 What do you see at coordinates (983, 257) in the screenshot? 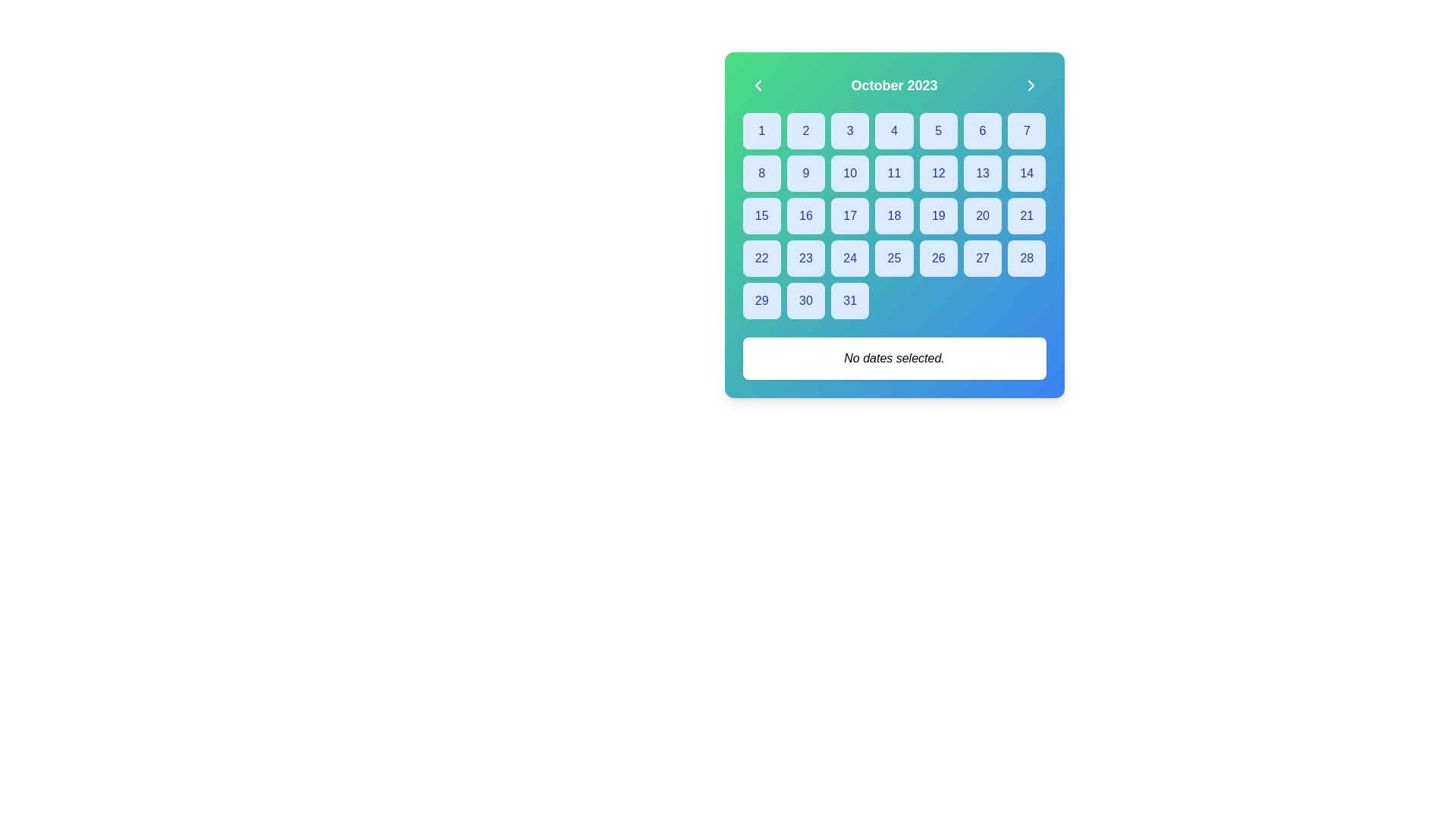
I see `the rounded rectangular button displaying the text '27' in blue, located in the sixth row and sixth column of the calendar grid interface` at bounding box center [983, 257].